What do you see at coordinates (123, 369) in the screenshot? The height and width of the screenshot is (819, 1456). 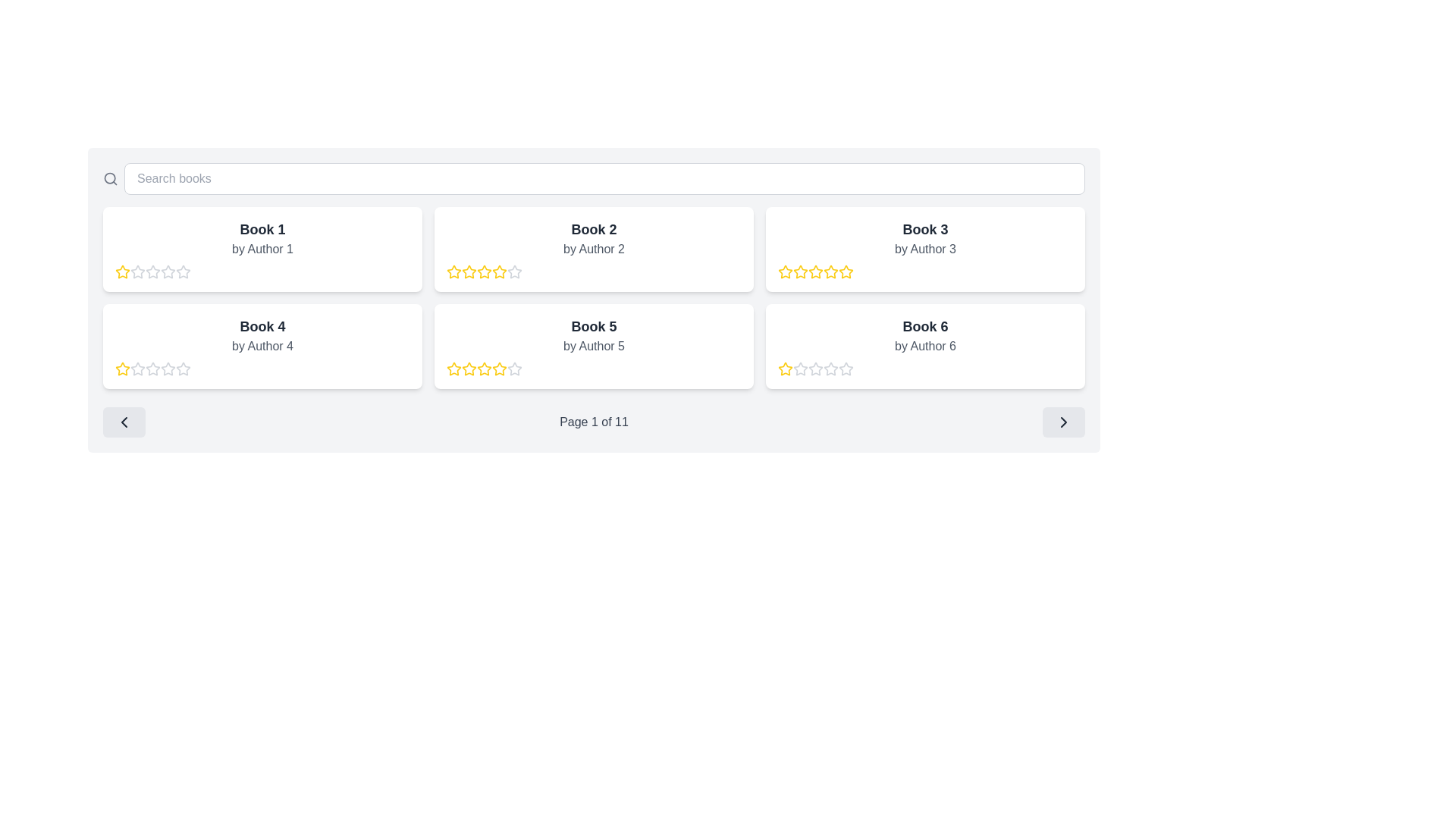 I see `the first star button to give a one-star rating for 'Book 4' by 'Author 4'` at bounding box center [123, 369].